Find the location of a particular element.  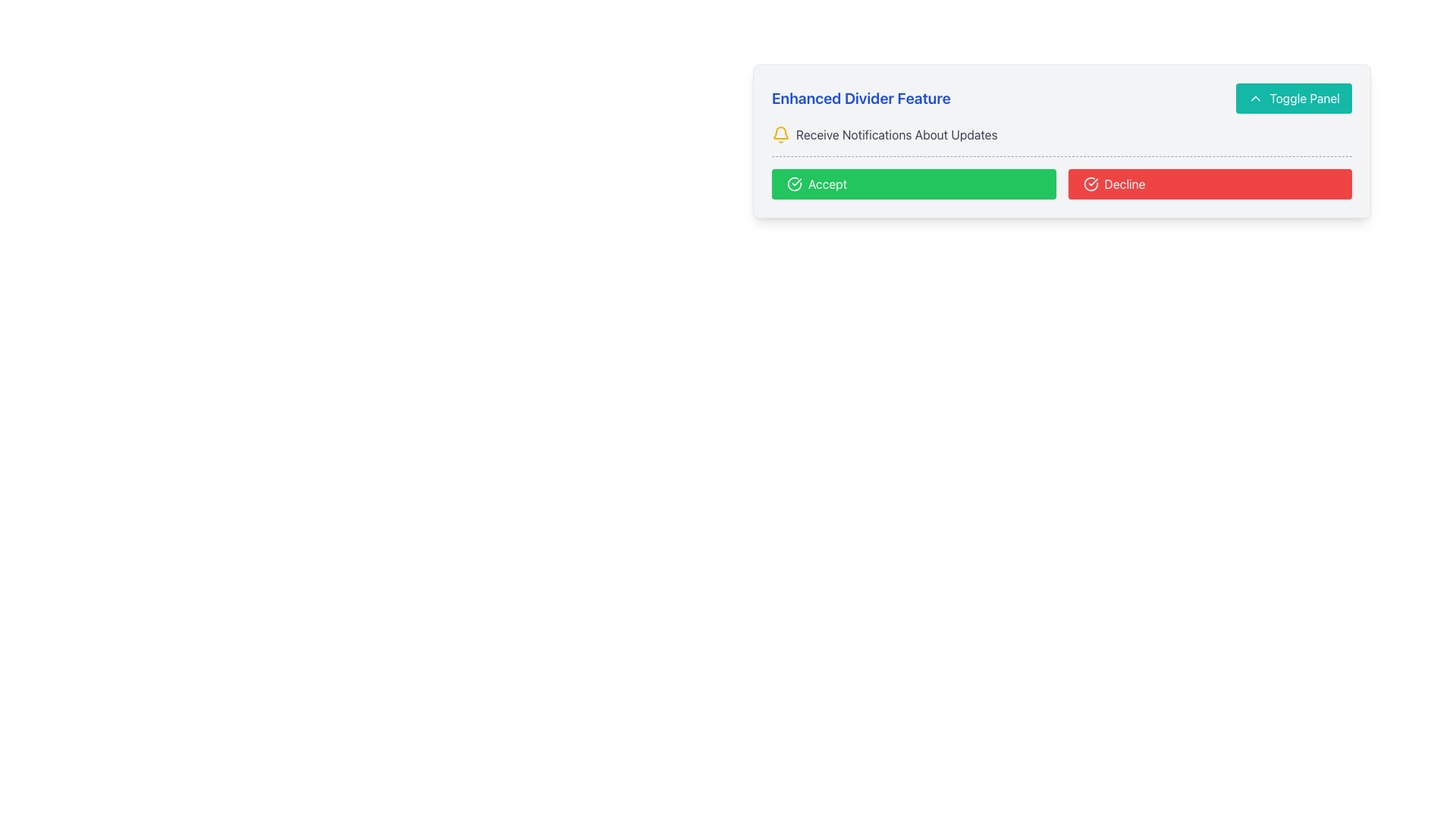

the decline button located to the right of the 'Accept' button to potentially see a tooltip or visual feedback is located at coordinates (1209, 184).